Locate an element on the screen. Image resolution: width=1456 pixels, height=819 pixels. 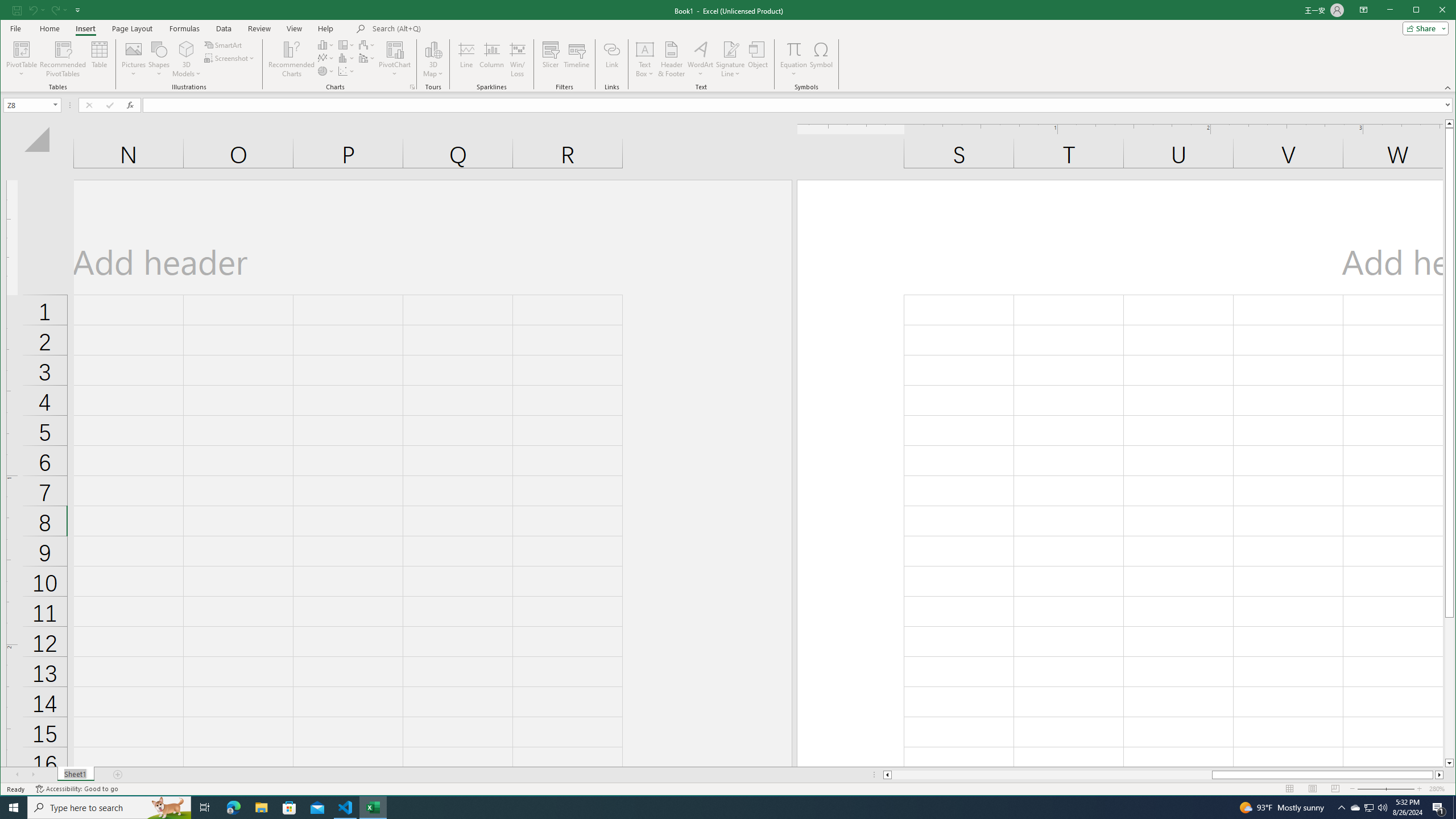
'Header & Footer...' is located at coordinates (671, 59).